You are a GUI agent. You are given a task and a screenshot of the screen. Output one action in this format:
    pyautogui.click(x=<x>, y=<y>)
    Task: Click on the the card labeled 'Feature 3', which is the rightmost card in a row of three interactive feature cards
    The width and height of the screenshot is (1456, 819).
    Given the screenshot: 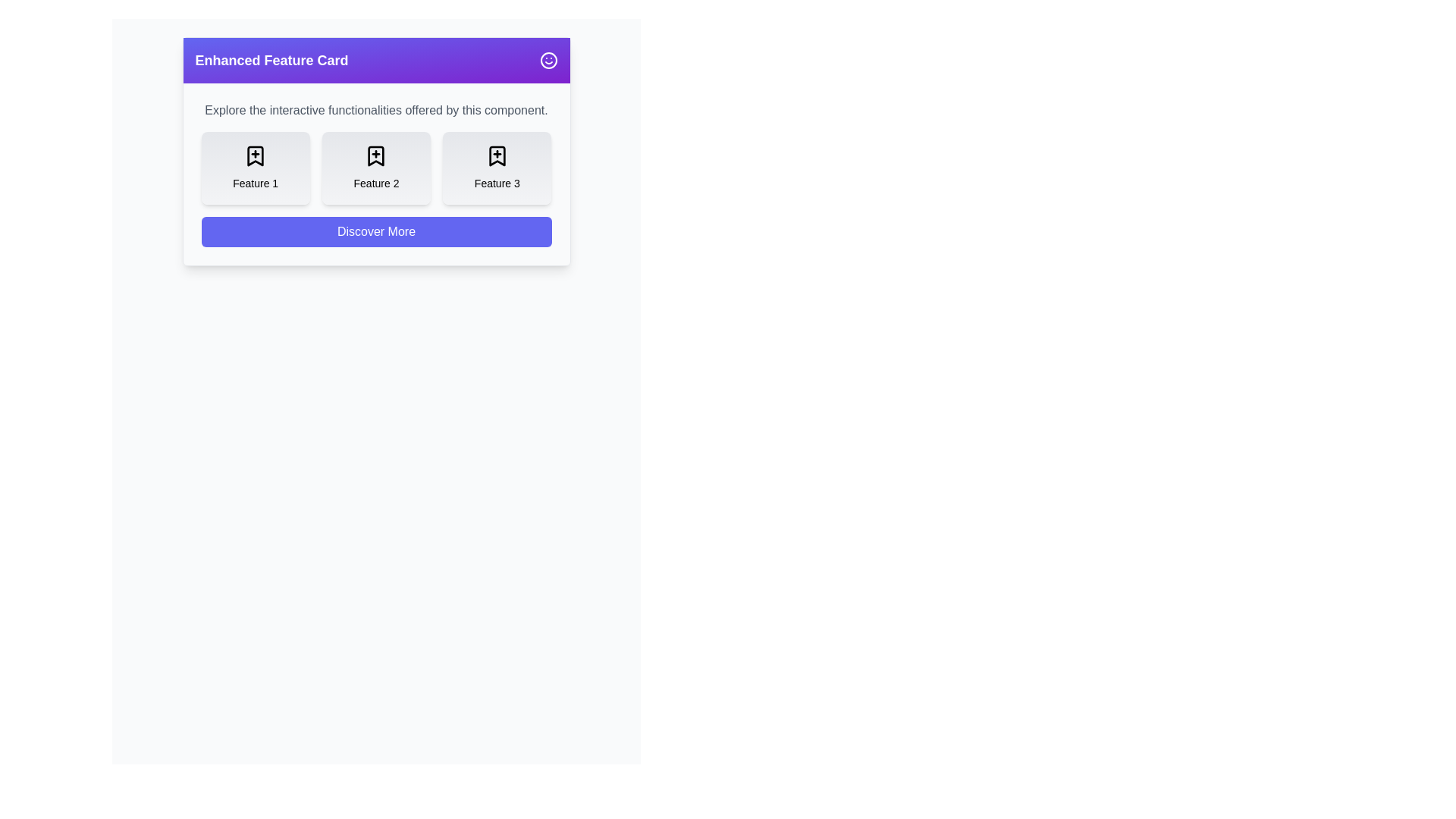 What is the action you would take?
    pyautogui.click(x=497, y=168)
    